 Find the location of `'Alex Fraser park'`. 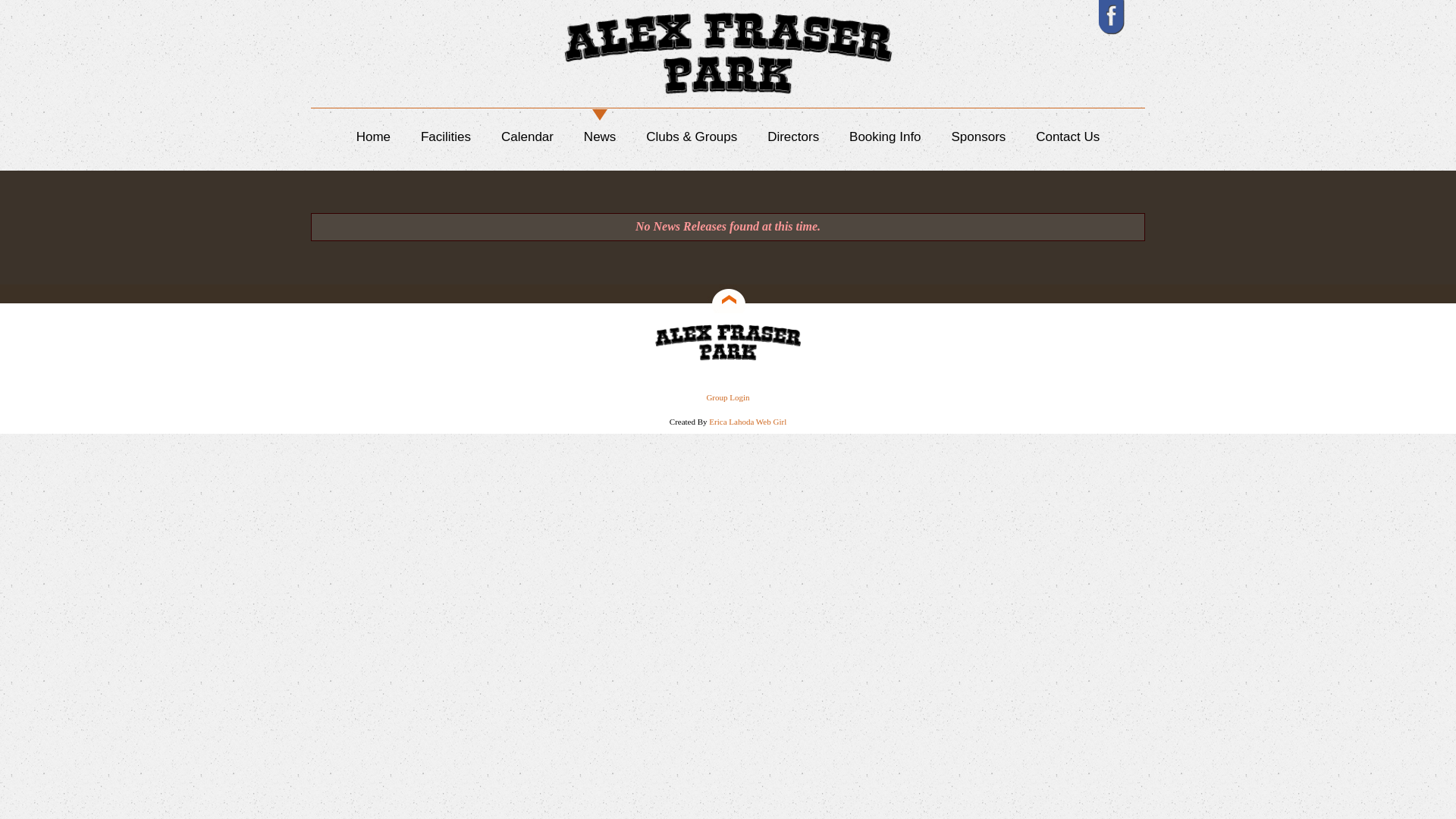

'Alex Fraser park' is located at coordinates (651, 342).